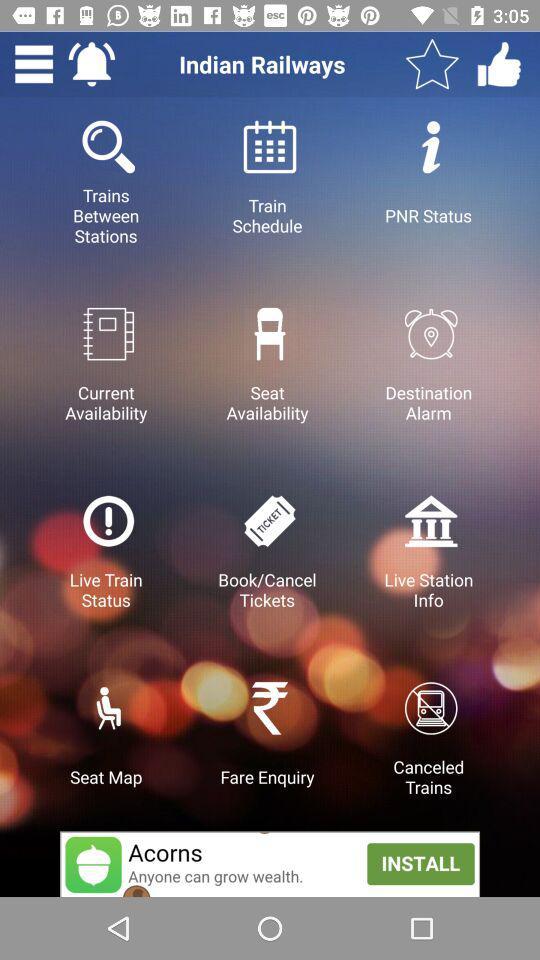 The width and height of the screenshot is (540, 960). I want to click on item below seat map item, so click(270, 863).